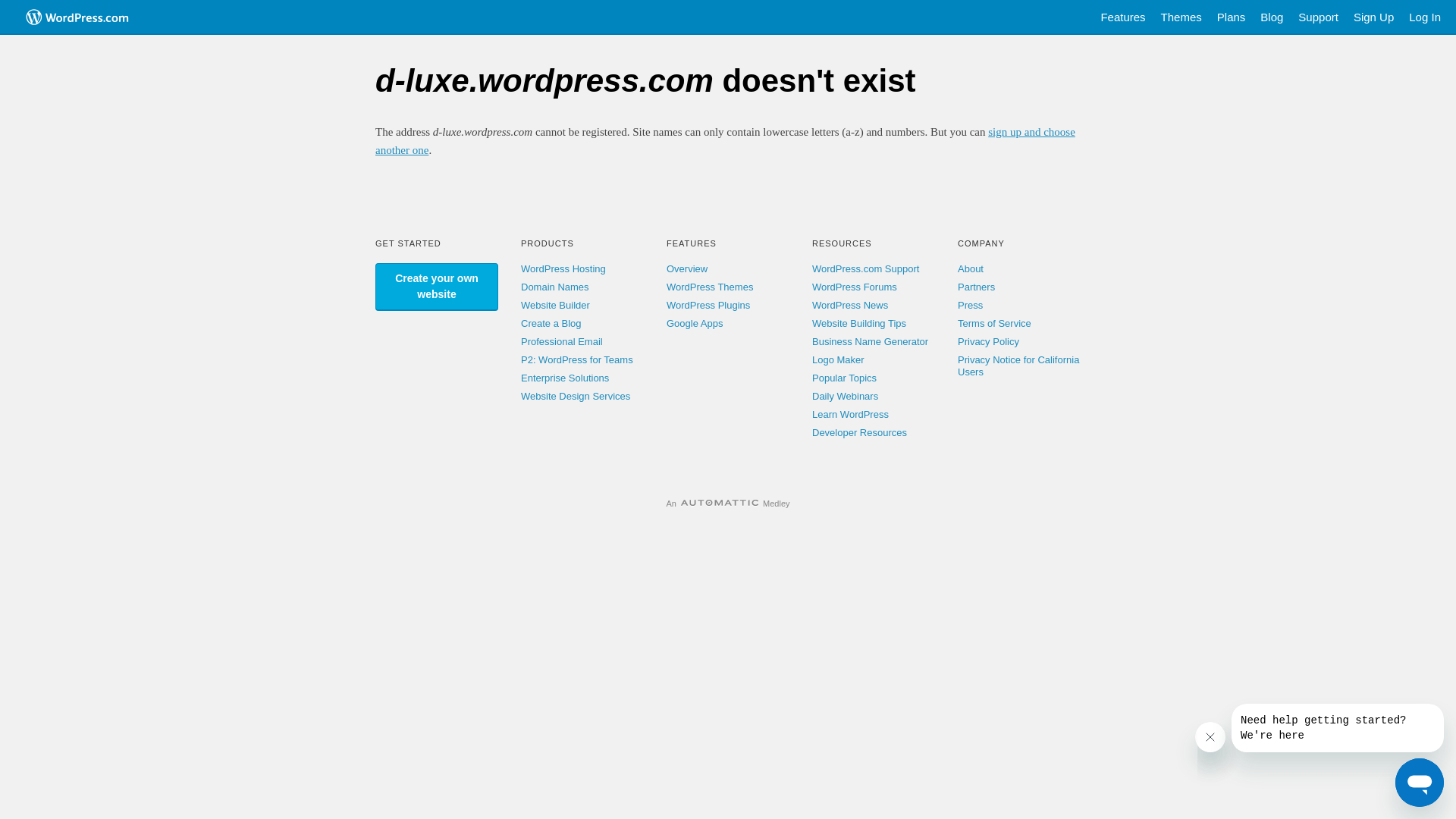 The width and height of the screenshot is (1456, 819). Describe the element at coordinates (969, 305) in the screenshot. I see `'Press'` at that location.